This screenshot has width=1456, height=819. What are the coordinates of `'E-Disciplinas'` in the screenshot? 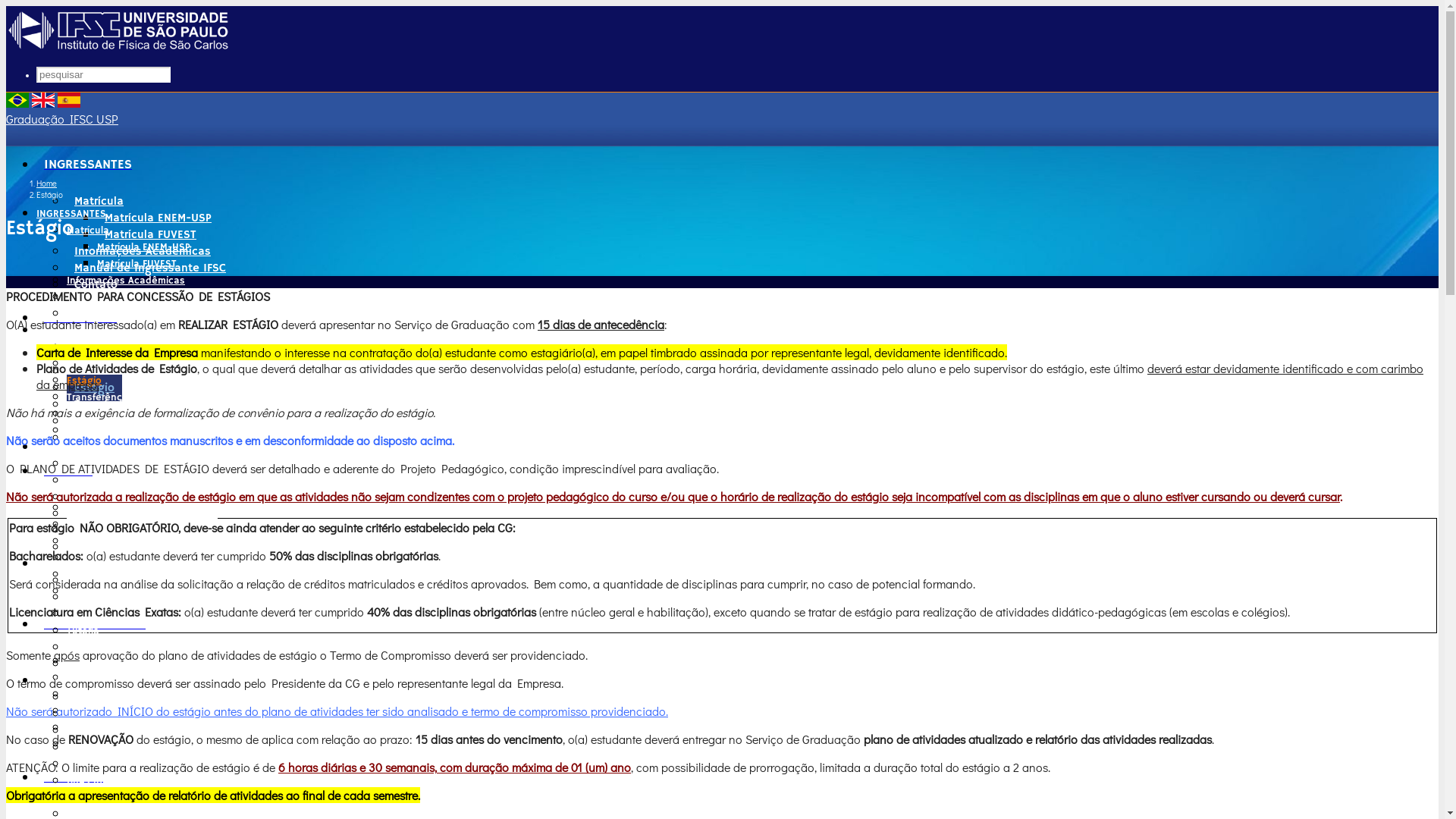 It's located at (108, 660).